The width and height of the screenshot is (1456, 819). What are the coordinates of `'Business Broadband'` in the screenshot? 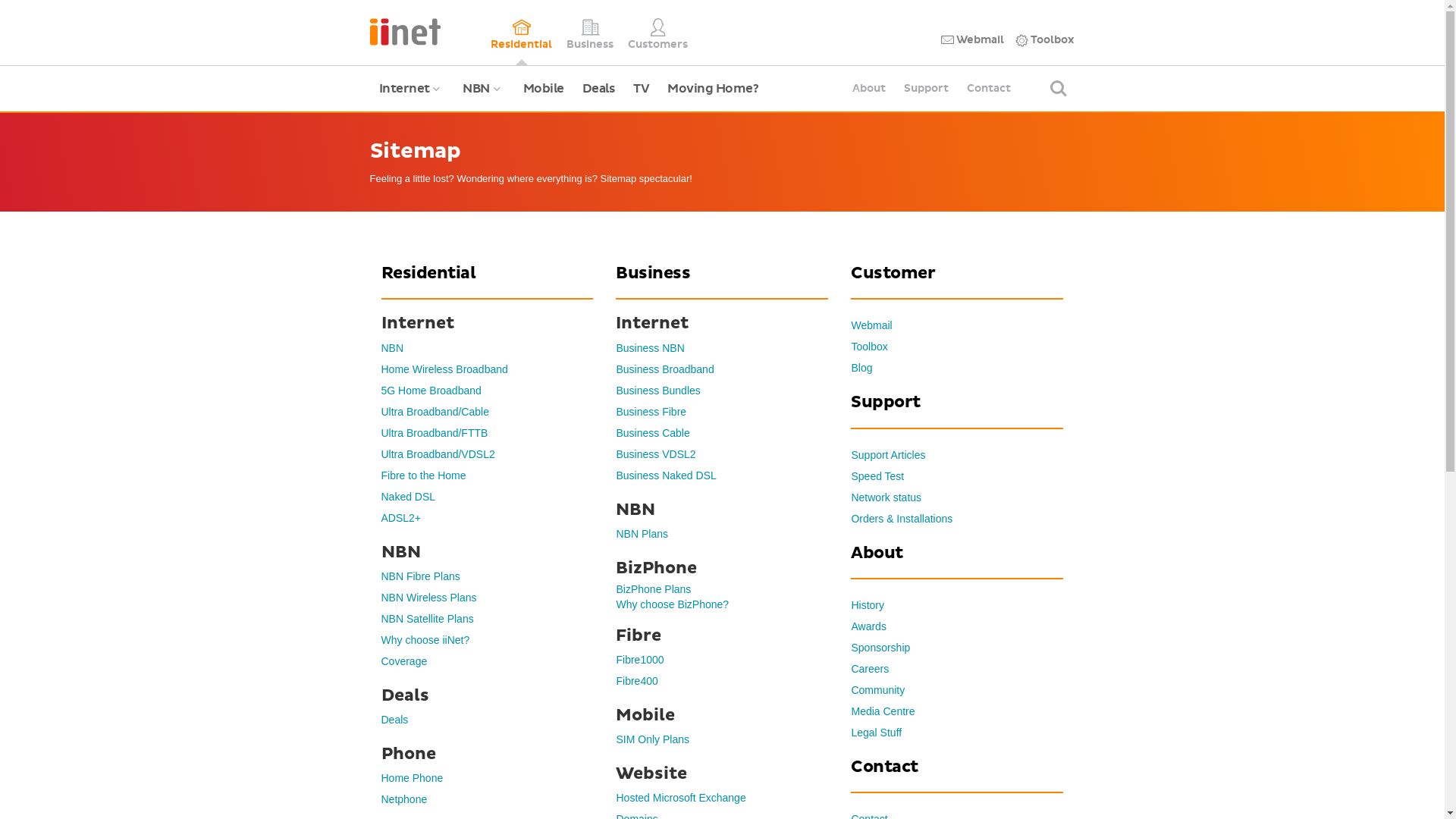 It's located at (664, 369).